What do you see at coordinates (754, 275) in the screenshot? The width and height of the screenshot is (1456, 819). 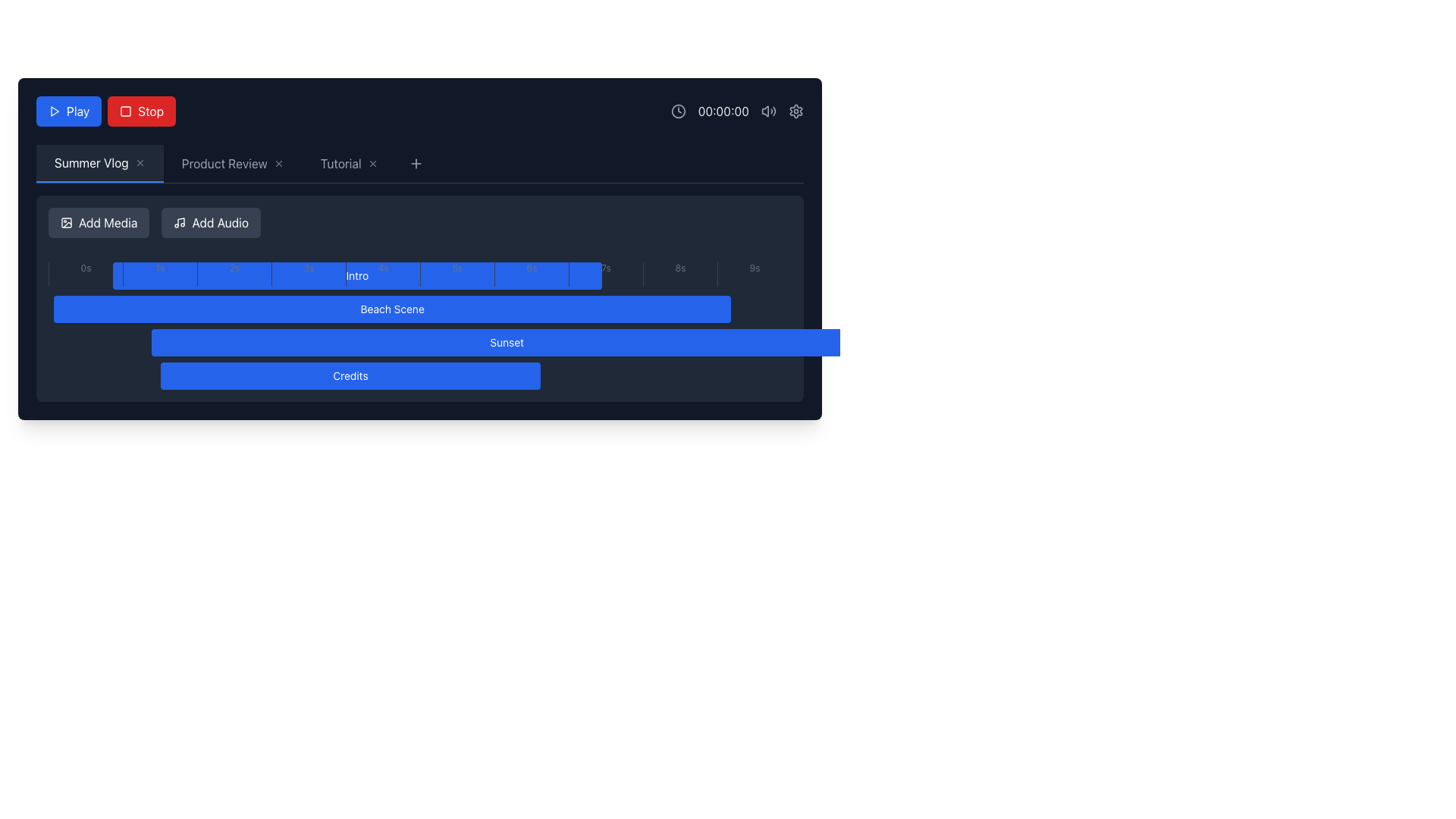 I see `the last time marker labeled '9s' in the timeline section, which serves as a time marker for navigation or reference` at bounding box center [754, 275].